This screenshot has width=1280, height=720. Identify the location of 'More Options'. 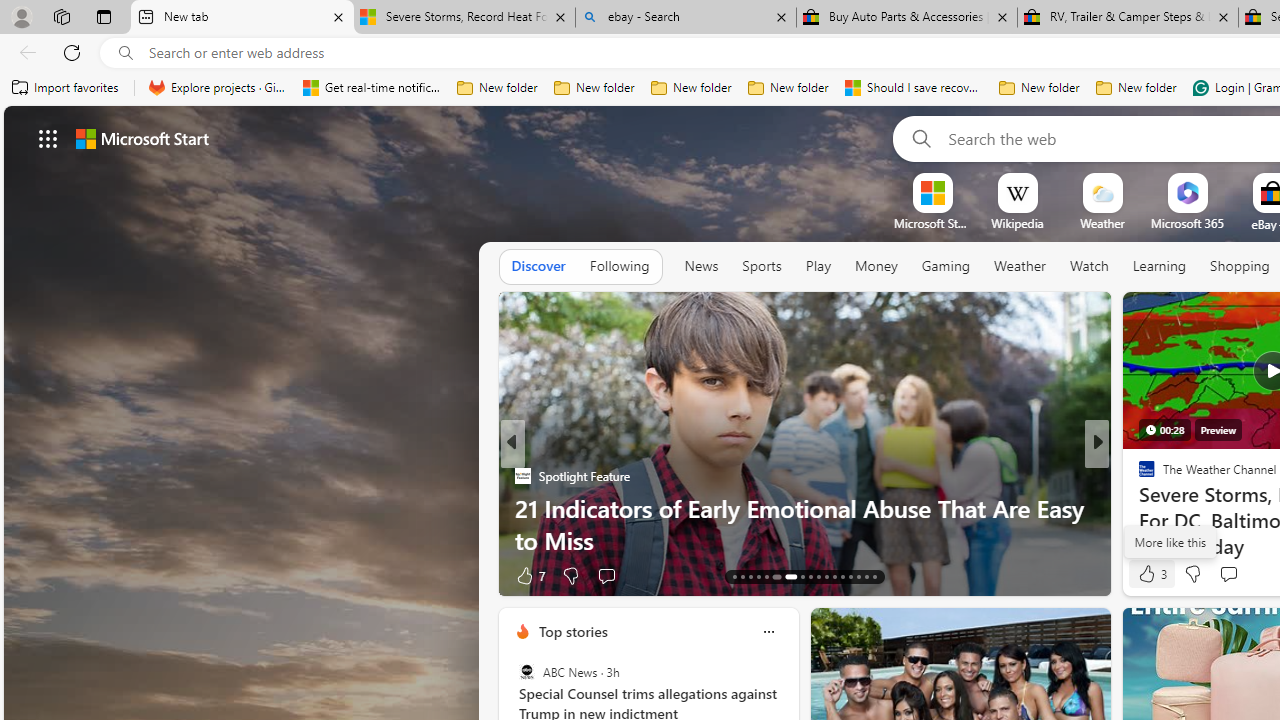
(1218, 180).